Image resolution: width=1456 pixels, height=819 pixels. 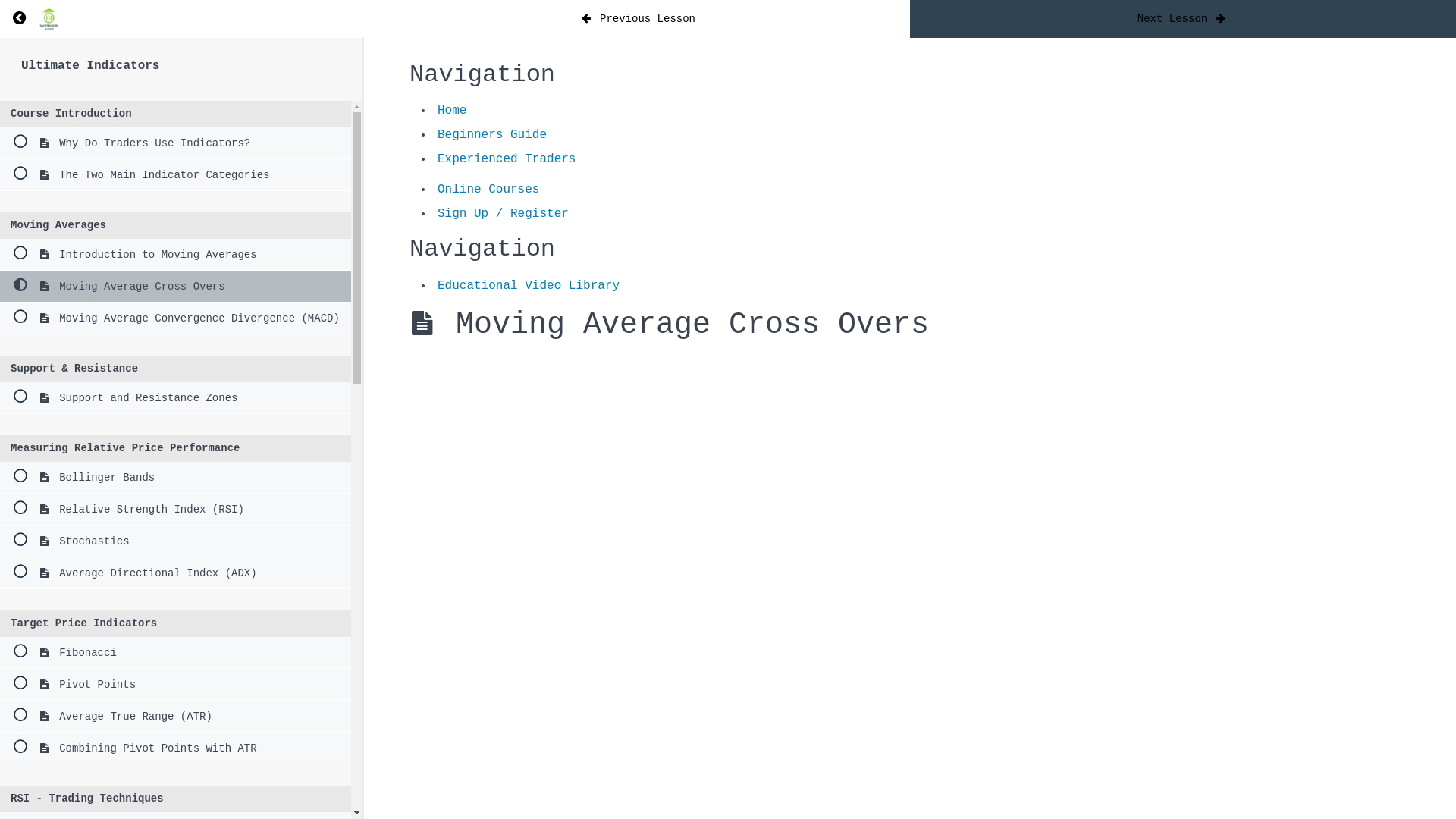 What do you see at coordinates (506, 158) in the screenshot?
I see `'Experienced Traders'` at bounding box center [506, 158].